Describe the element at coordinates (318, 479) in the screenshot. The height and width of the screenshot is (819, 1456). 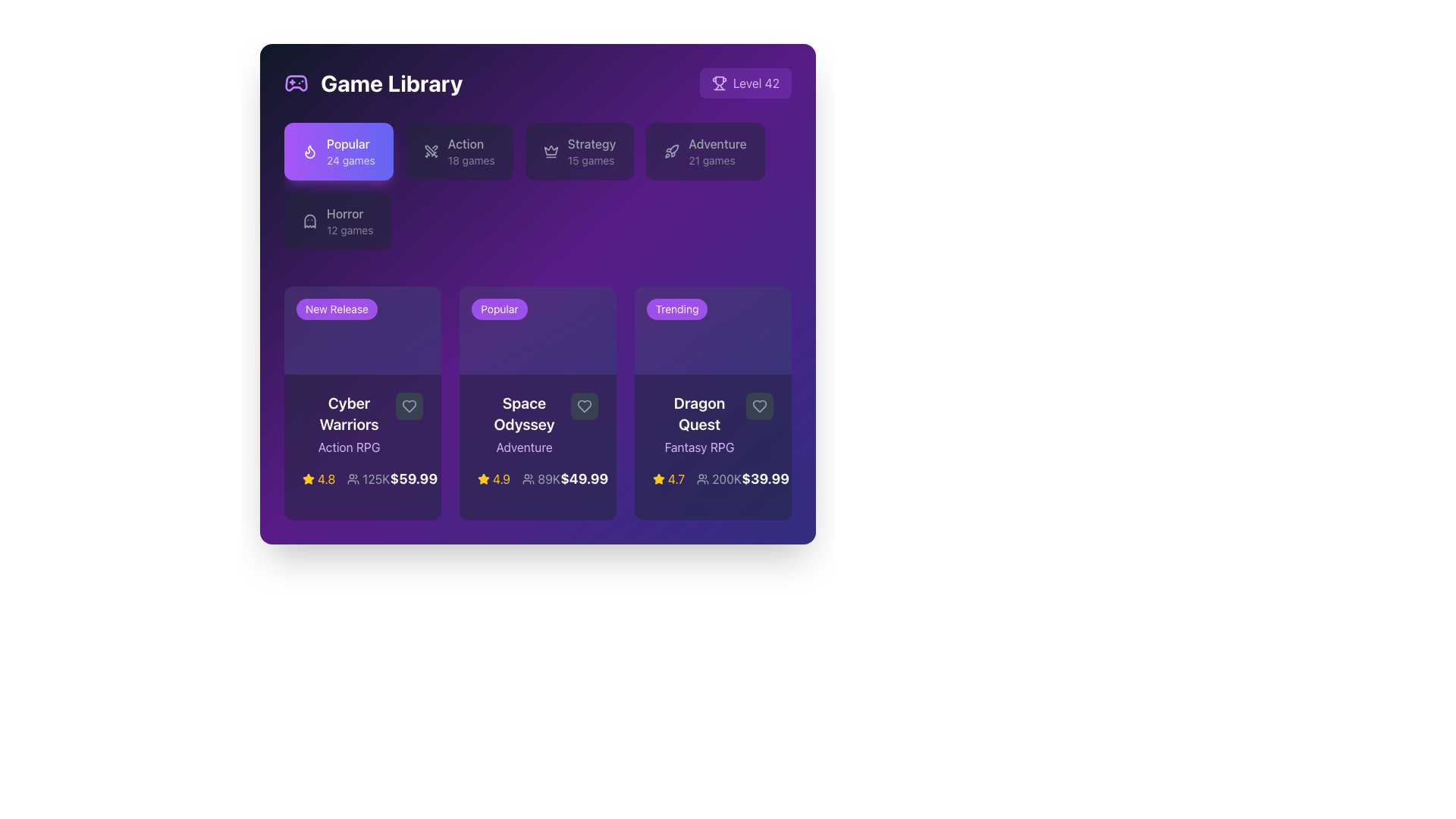
I see `the rating value displayed by the yellow star icon and the text '4.8' located in the first card of the game list, below the title 'Cyber Warriors'` at that location.